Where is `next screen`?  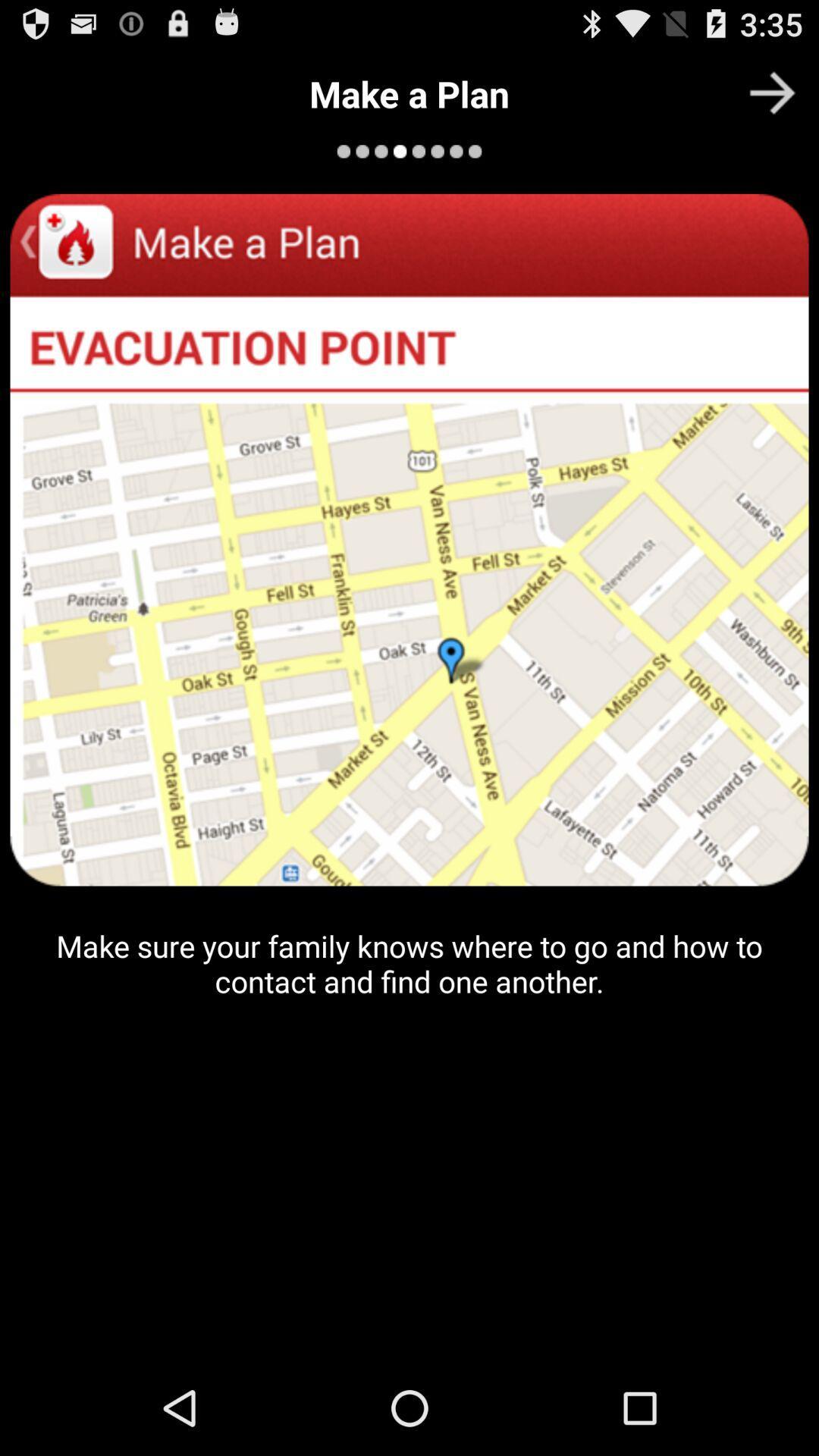
next screen is located at coordinates (772, 92).